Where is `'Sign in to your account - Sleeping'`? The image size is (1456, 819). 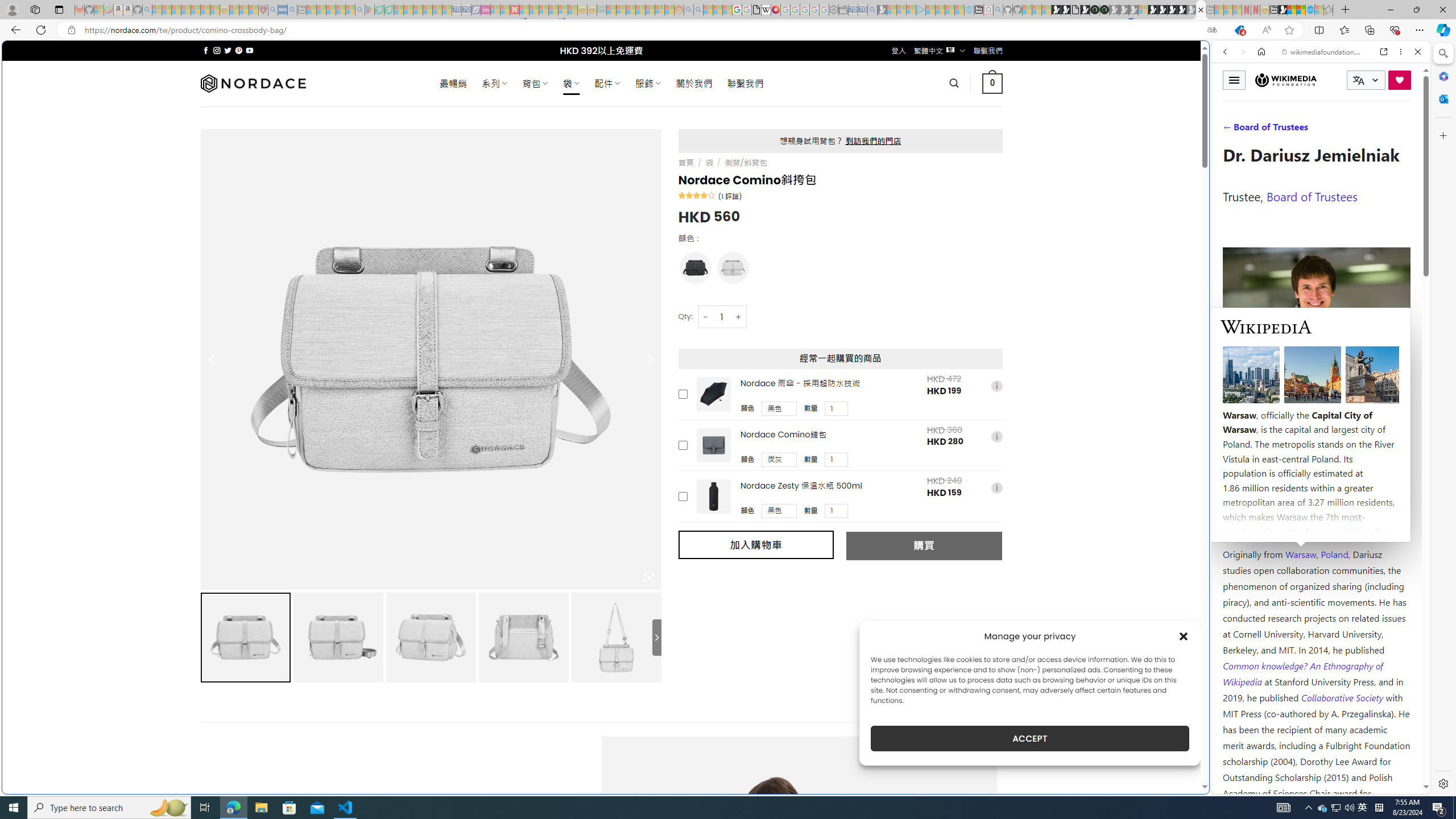
'Sign in to your account - Sleeping' is located at coordinates (1143, 9).